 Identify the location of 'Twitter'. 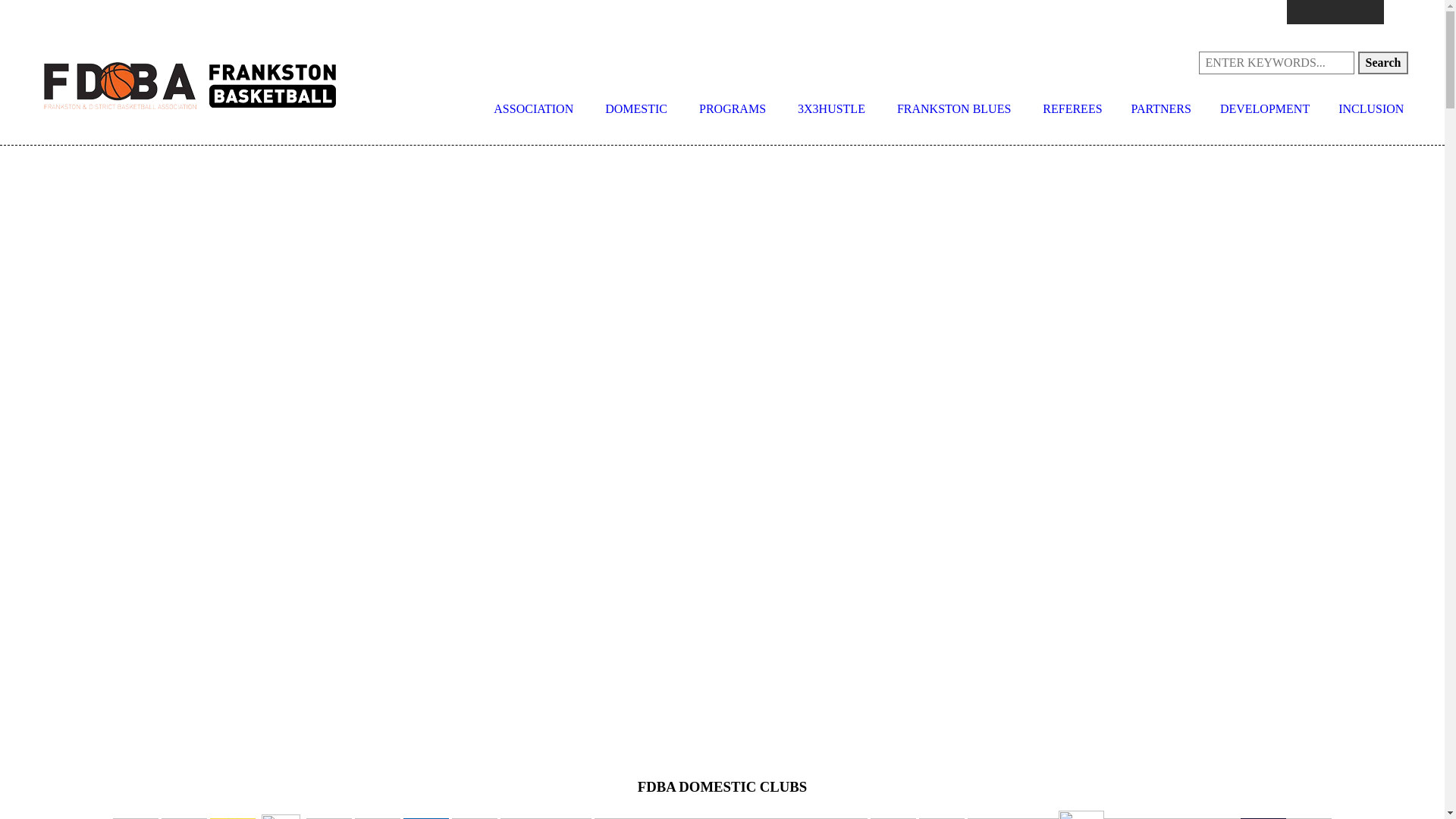
(1347, 11).